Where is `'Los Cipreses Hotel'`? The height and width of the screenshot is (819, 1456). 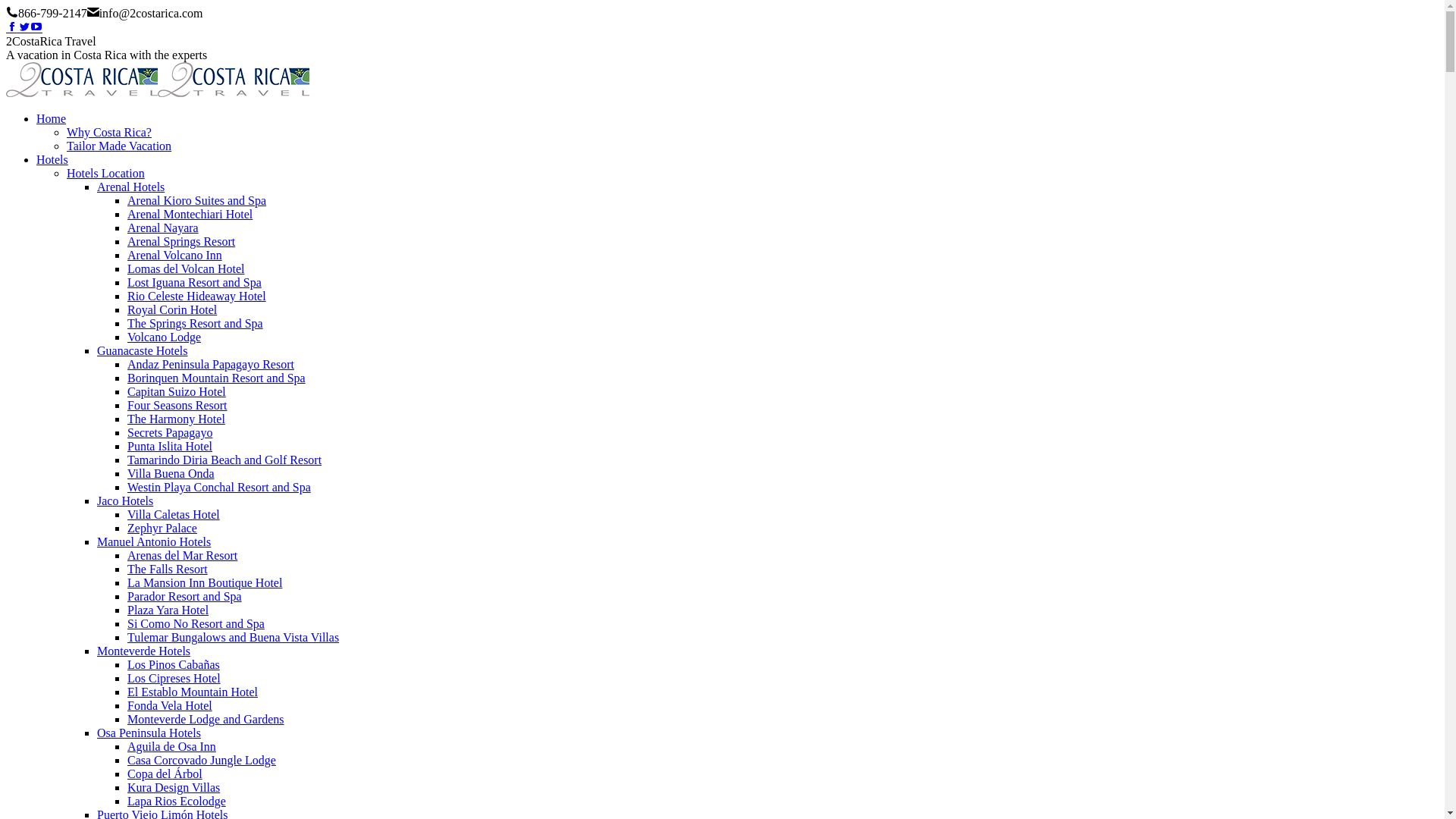 'Los Cipreses Hotel' is located at coordinates (174, 677).